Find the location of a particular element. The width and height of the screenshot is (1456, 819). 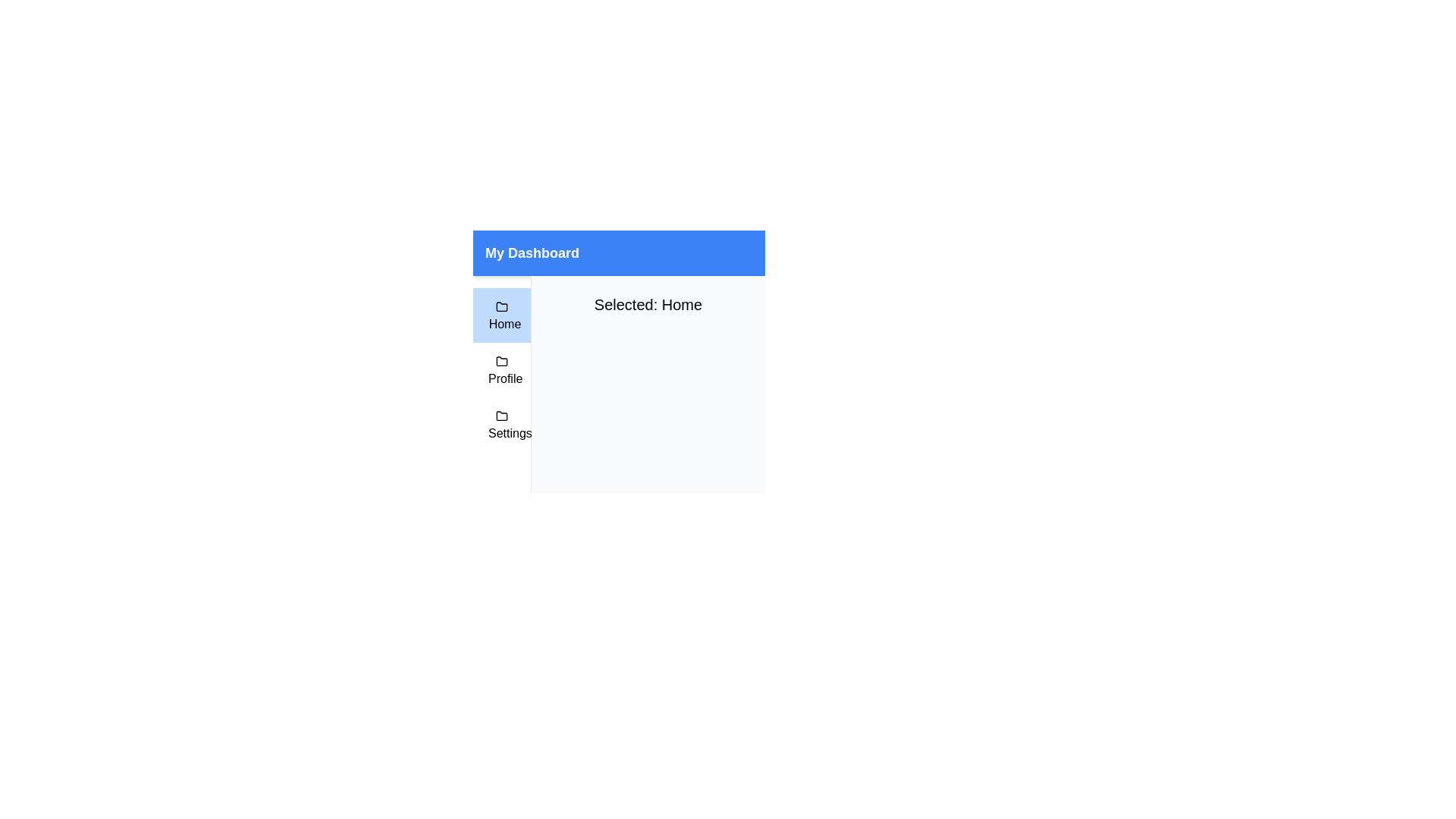

the 'Profile' menu item, which is the second item in the vertical menu list containing a folder icon and the text 'Profile' is located at coordinates (502, 370).